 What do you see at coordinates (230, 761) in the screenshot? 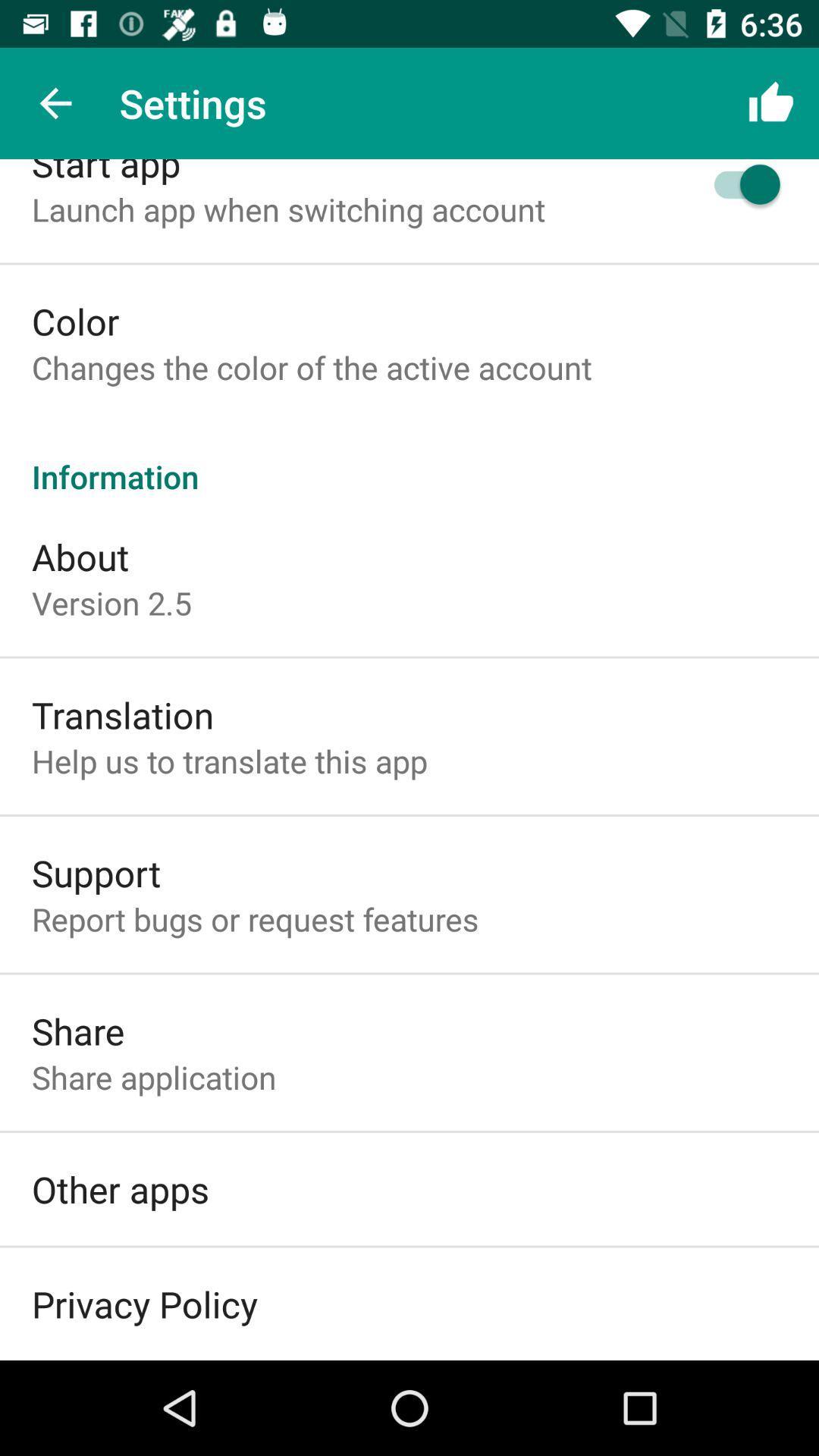
I see `help us to icon` at bounding box center [230, 761].